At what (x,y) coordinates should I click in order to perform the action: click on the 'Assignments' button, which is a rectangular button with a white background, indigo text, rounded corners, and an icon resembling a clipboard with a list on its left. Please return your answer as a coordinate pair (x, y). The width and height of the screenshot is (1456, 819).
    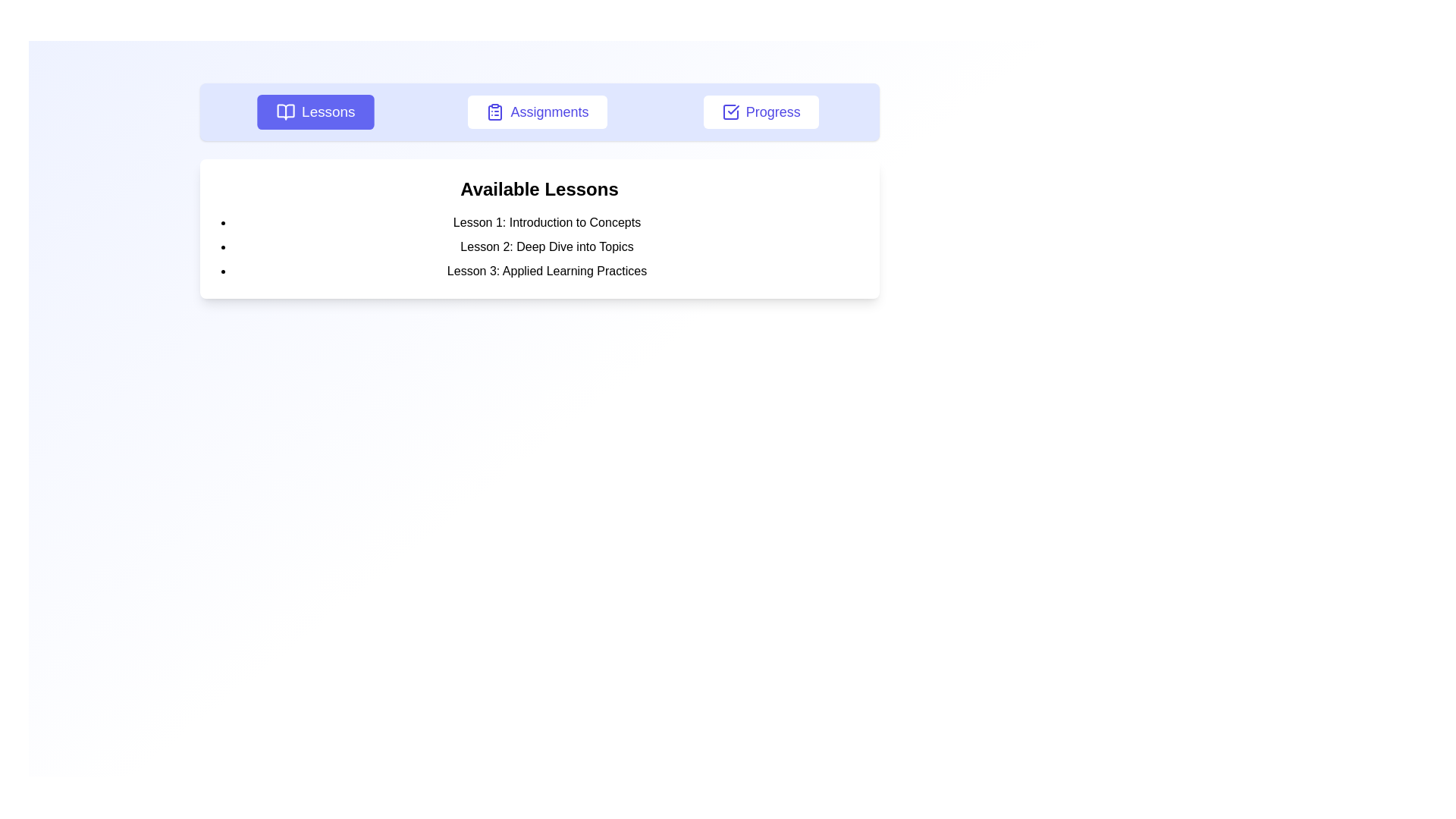
    Looking at the image, I should click on (538, 111).